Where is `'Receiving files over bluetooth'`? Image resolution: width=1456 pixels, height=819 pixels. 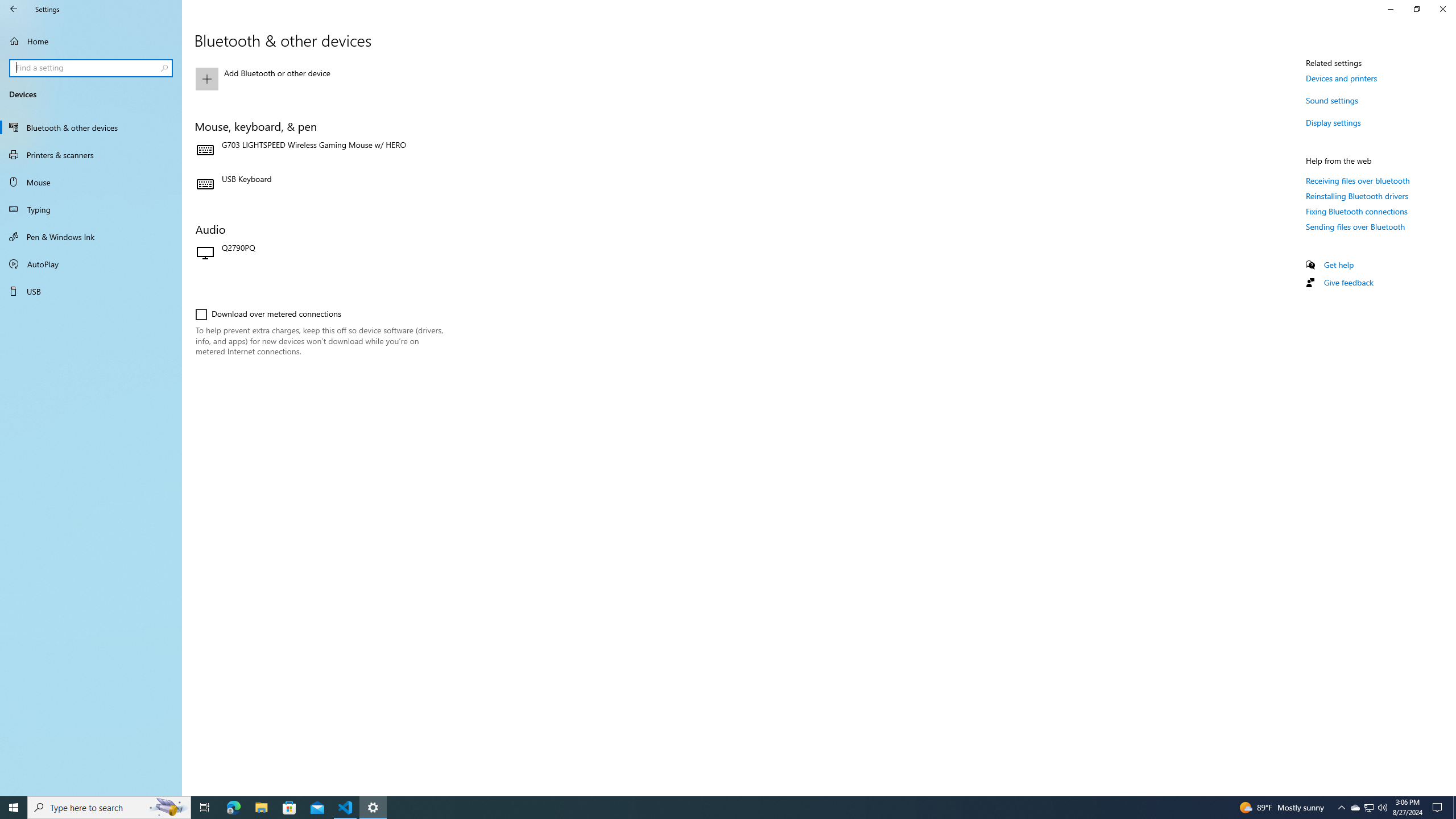 'Receiving files over bluetooth' is located at coordinates (1357, 180).